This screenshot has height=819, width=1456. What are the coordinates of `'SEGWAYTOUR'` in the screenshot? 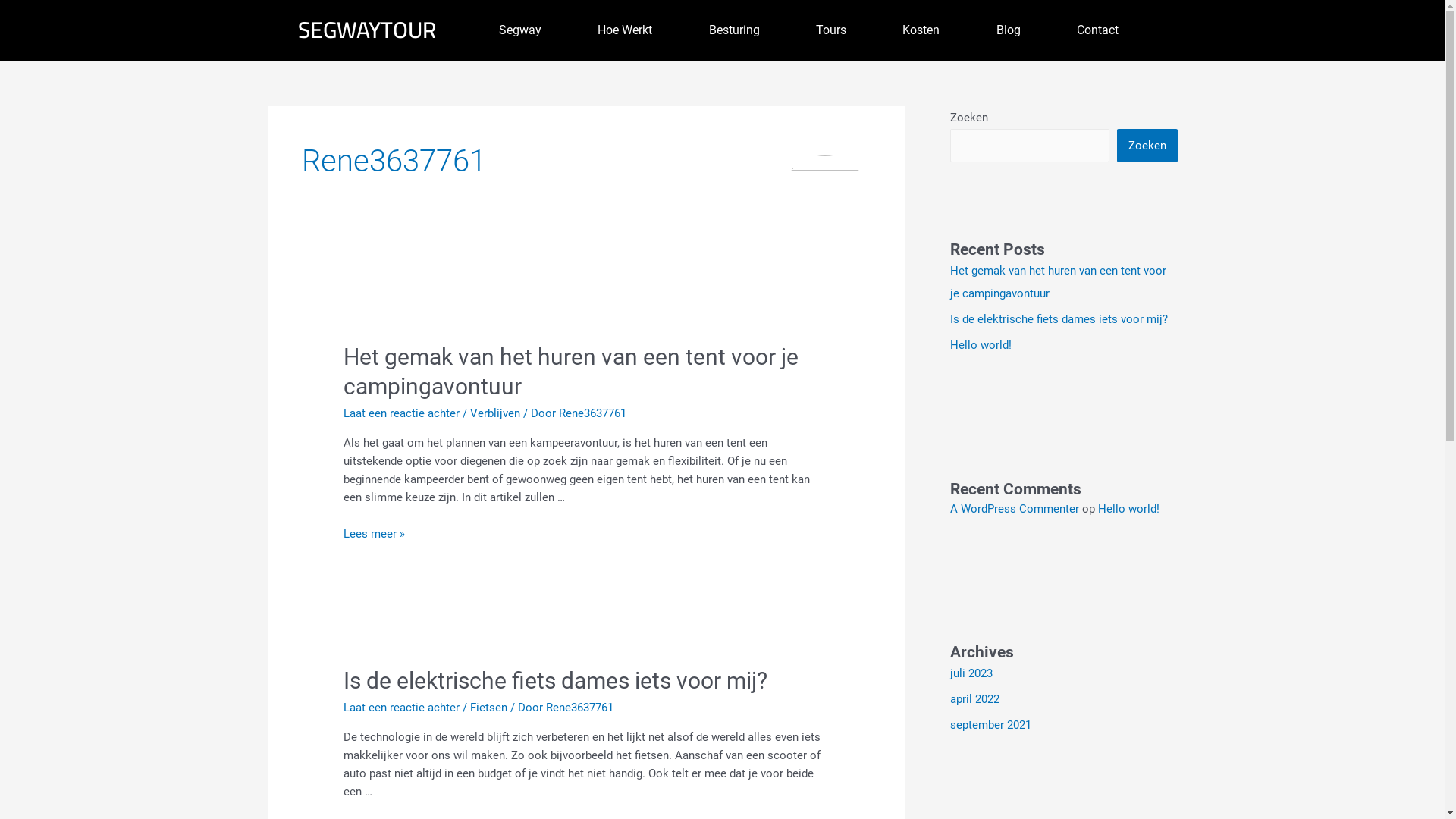 It's located at (366, 29).